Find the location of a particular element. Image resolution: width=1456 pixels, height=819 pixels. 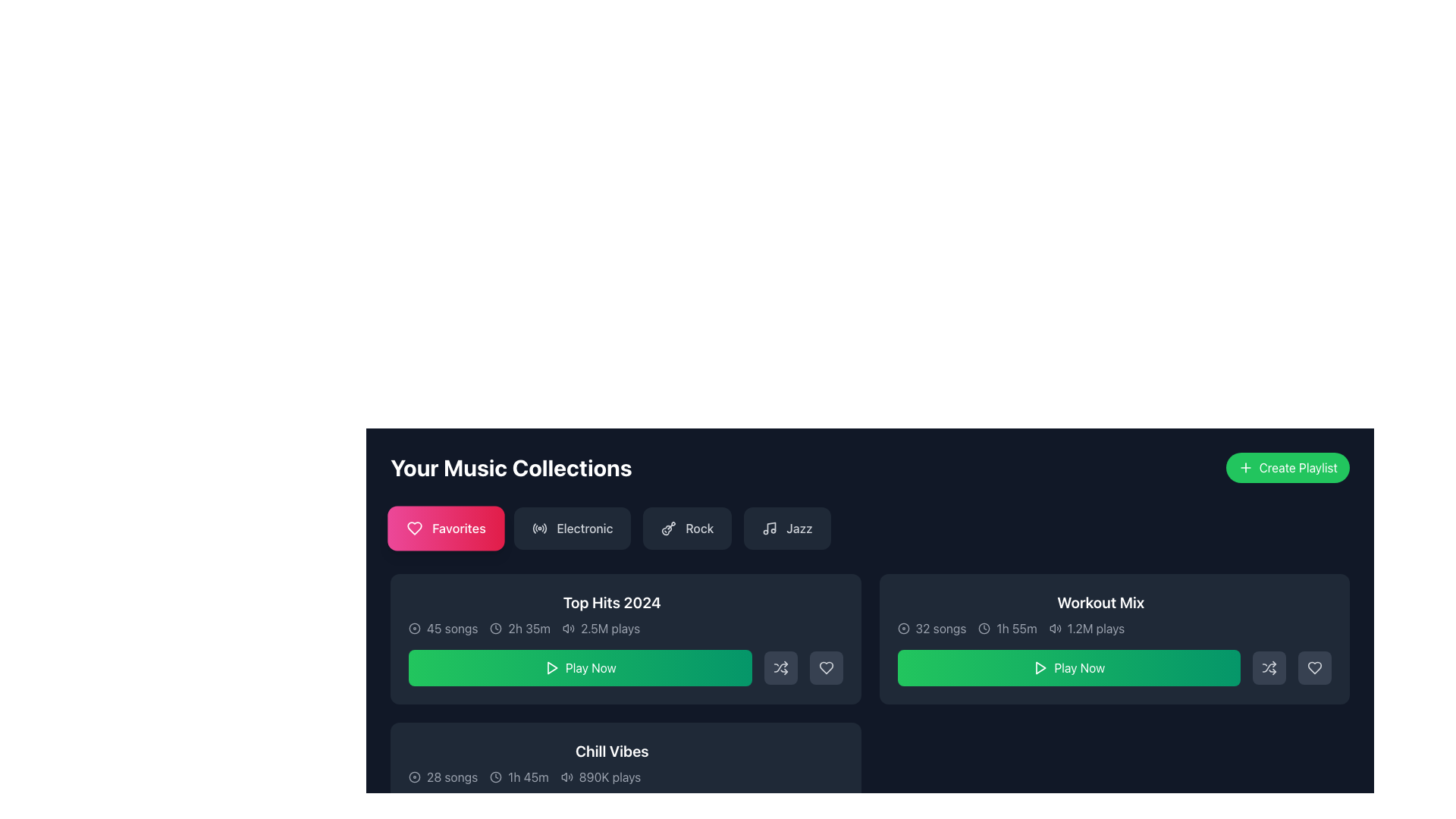

text displayed in the 'Favorites' label, which is styled in white on a pink button-like background is located at coordinates (458, 528).